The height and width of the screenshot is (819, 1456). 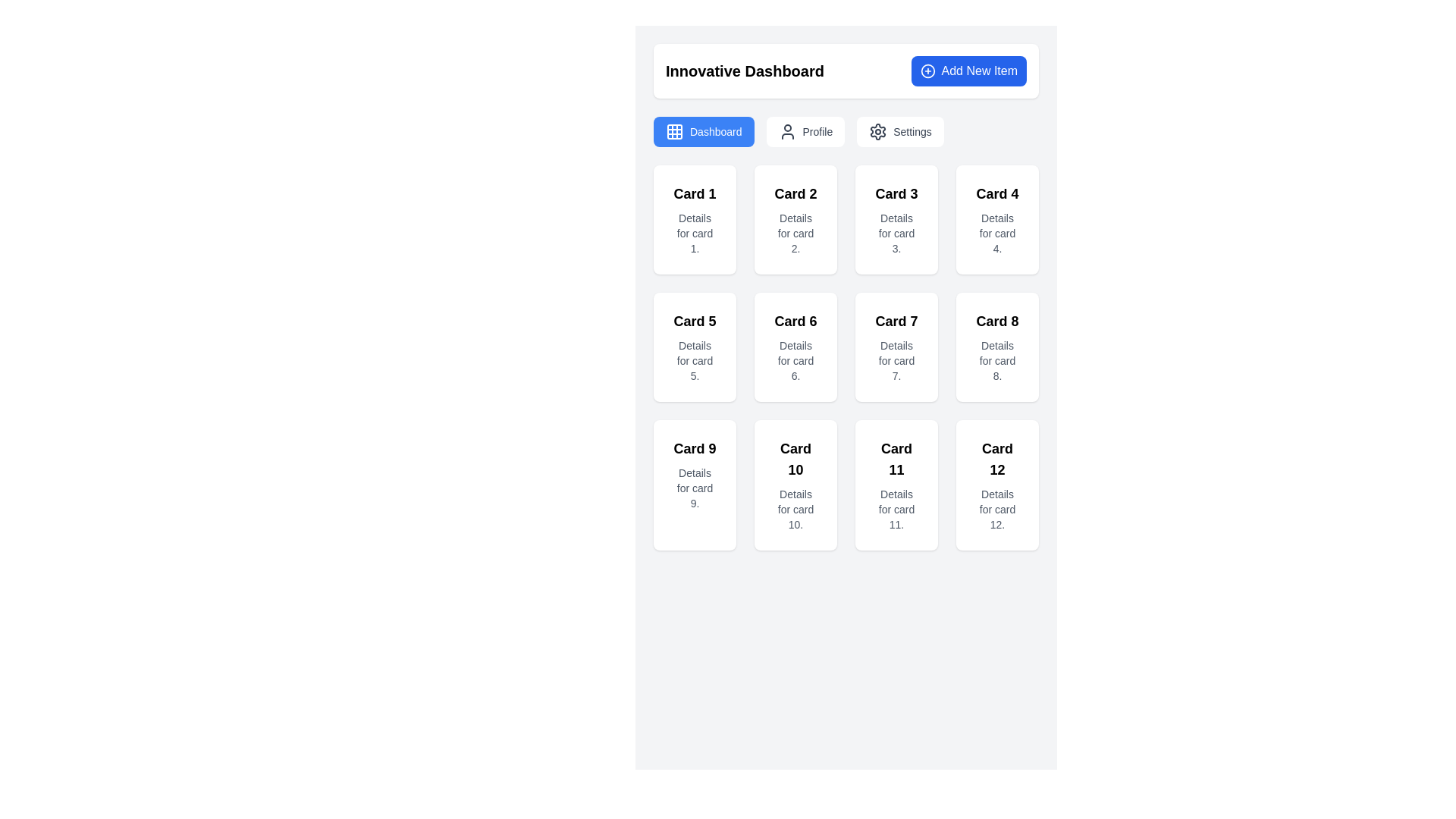 I want to click on the text label within the first button of the horizontal navigation menu that redirects to the dashboard view, so click(x=715, y=130).